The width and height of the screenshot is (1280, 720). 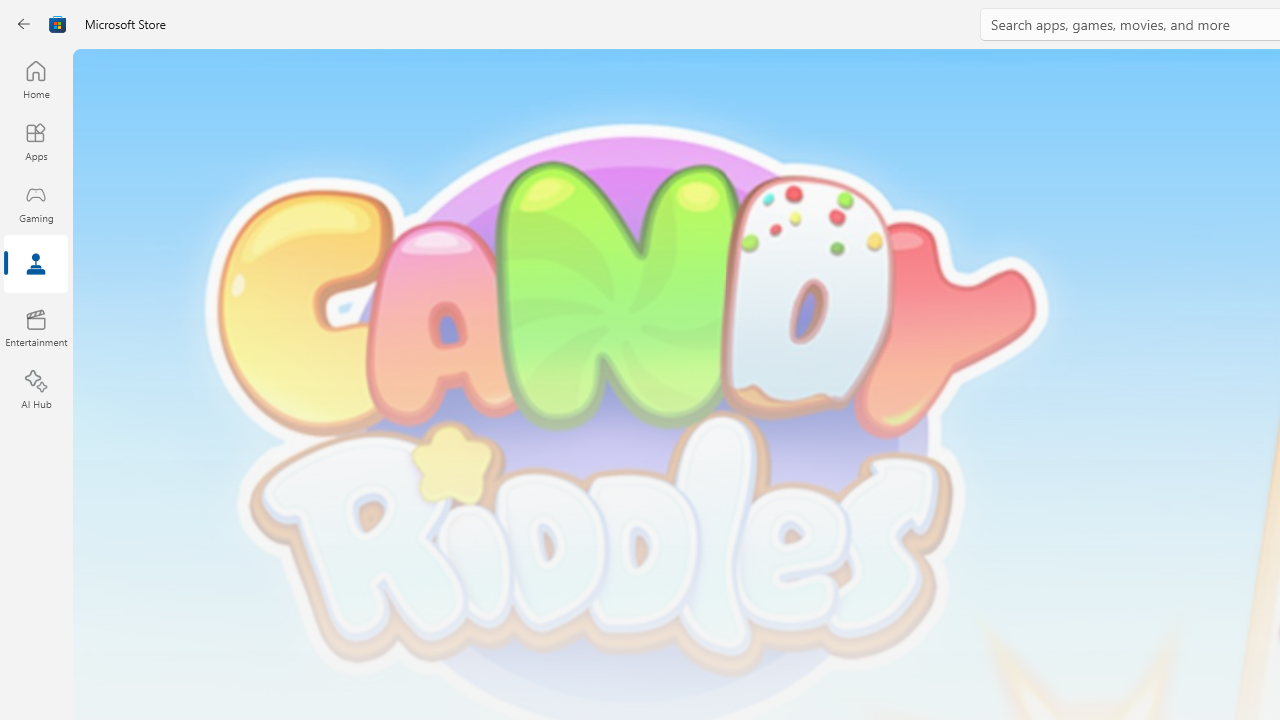 I want to click on 'Class: Image', so click(x=58, y=24).